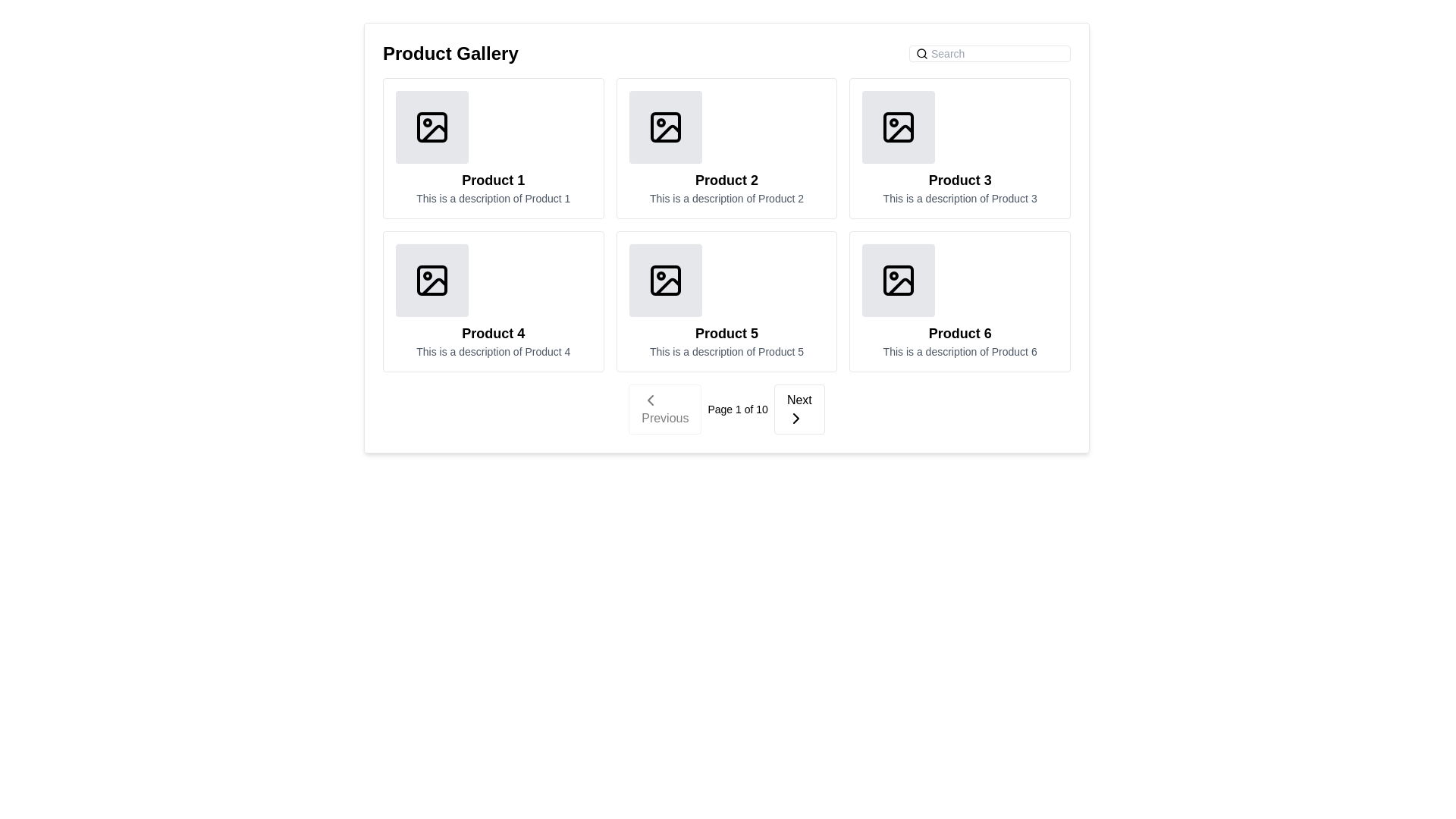 The width and height of the screenshot is (1456, 819). Describe the element at coordinates (431, 127) in the screenshot. I see `the icon representing 'Product 1' in the top-left corner of the product gallery` at that location.